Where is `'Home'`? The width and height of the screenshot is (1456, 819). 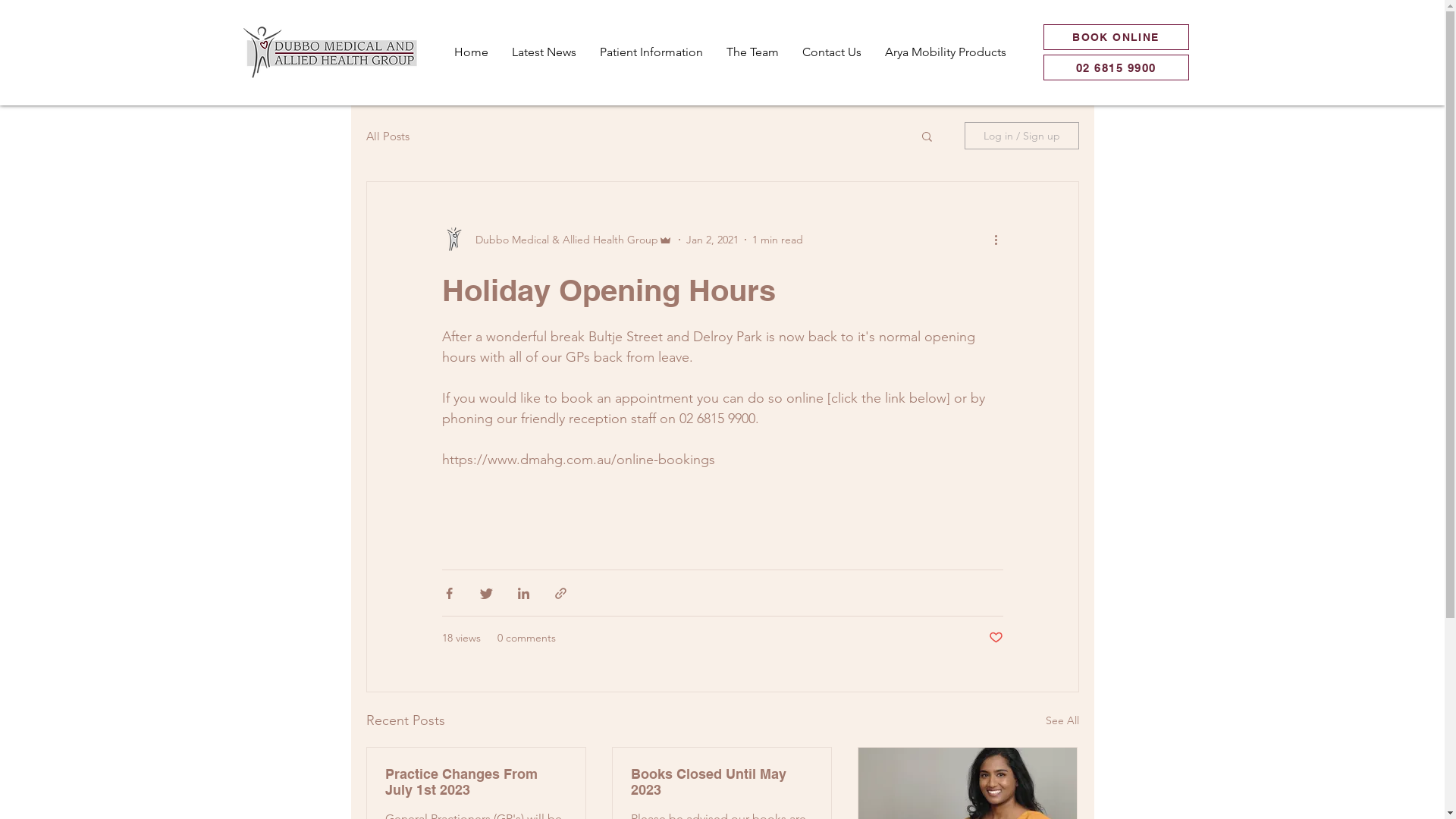 'Home' is located at coordinates (440, 52).